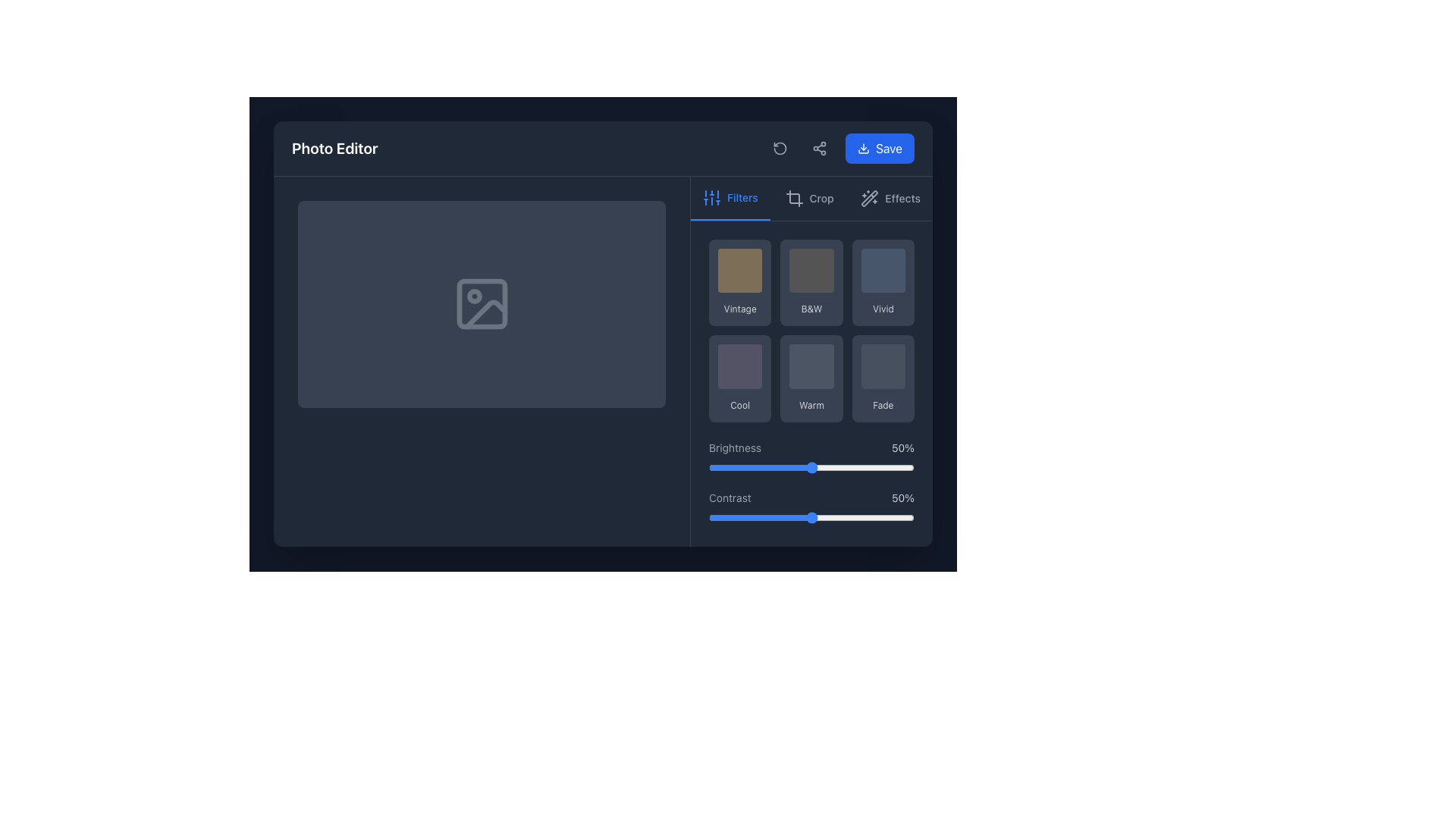 The height and width of the screenshot is (819, 1456). What do you see at coordinates (716, 516) in the screenshot?
I see `the contrast` at bounding box center [716, 516].